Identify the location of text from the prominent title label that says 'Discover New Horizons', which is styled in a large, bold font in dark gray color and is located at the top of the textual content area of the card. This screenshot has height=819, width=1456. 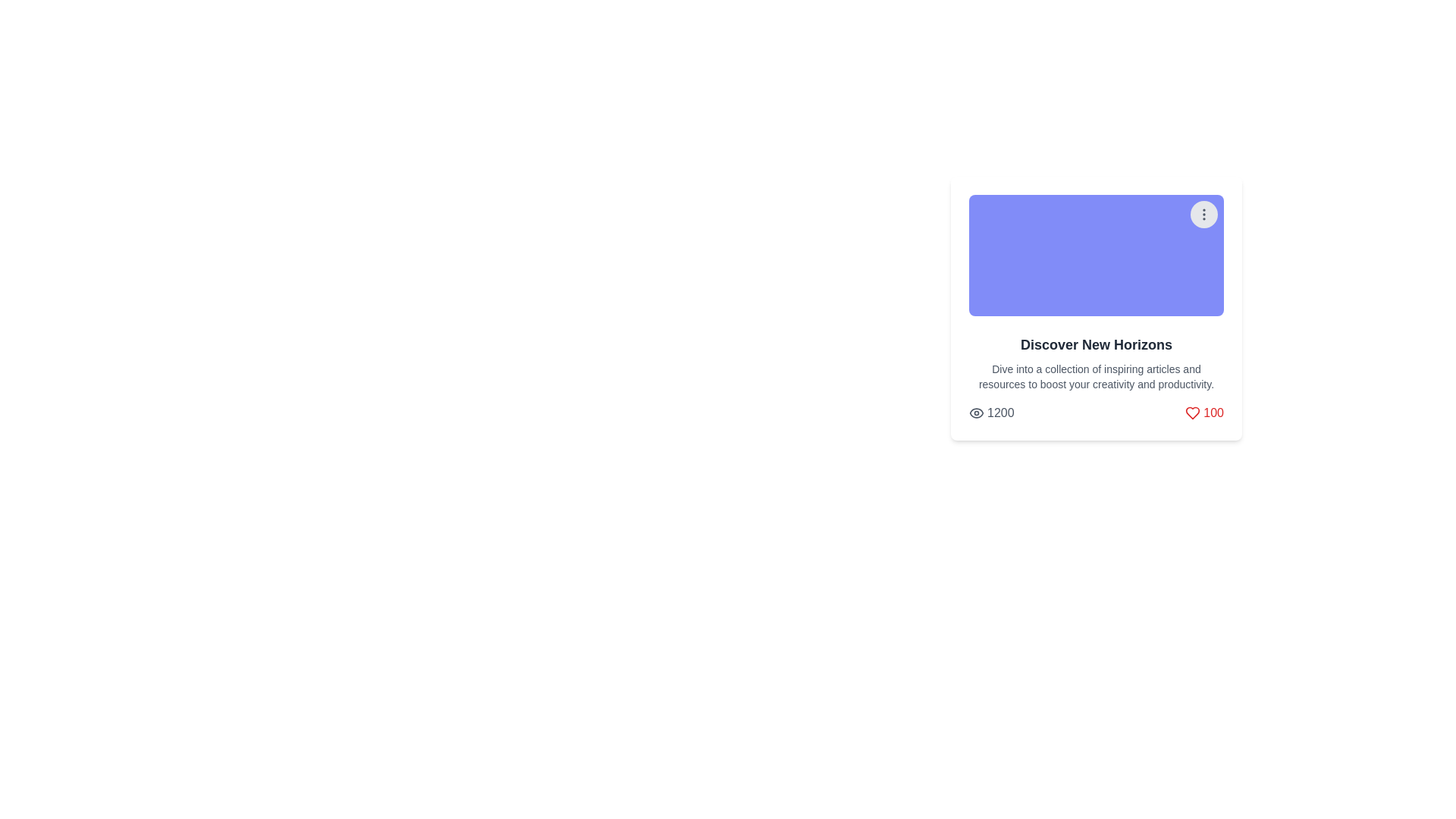
(1096, 345).